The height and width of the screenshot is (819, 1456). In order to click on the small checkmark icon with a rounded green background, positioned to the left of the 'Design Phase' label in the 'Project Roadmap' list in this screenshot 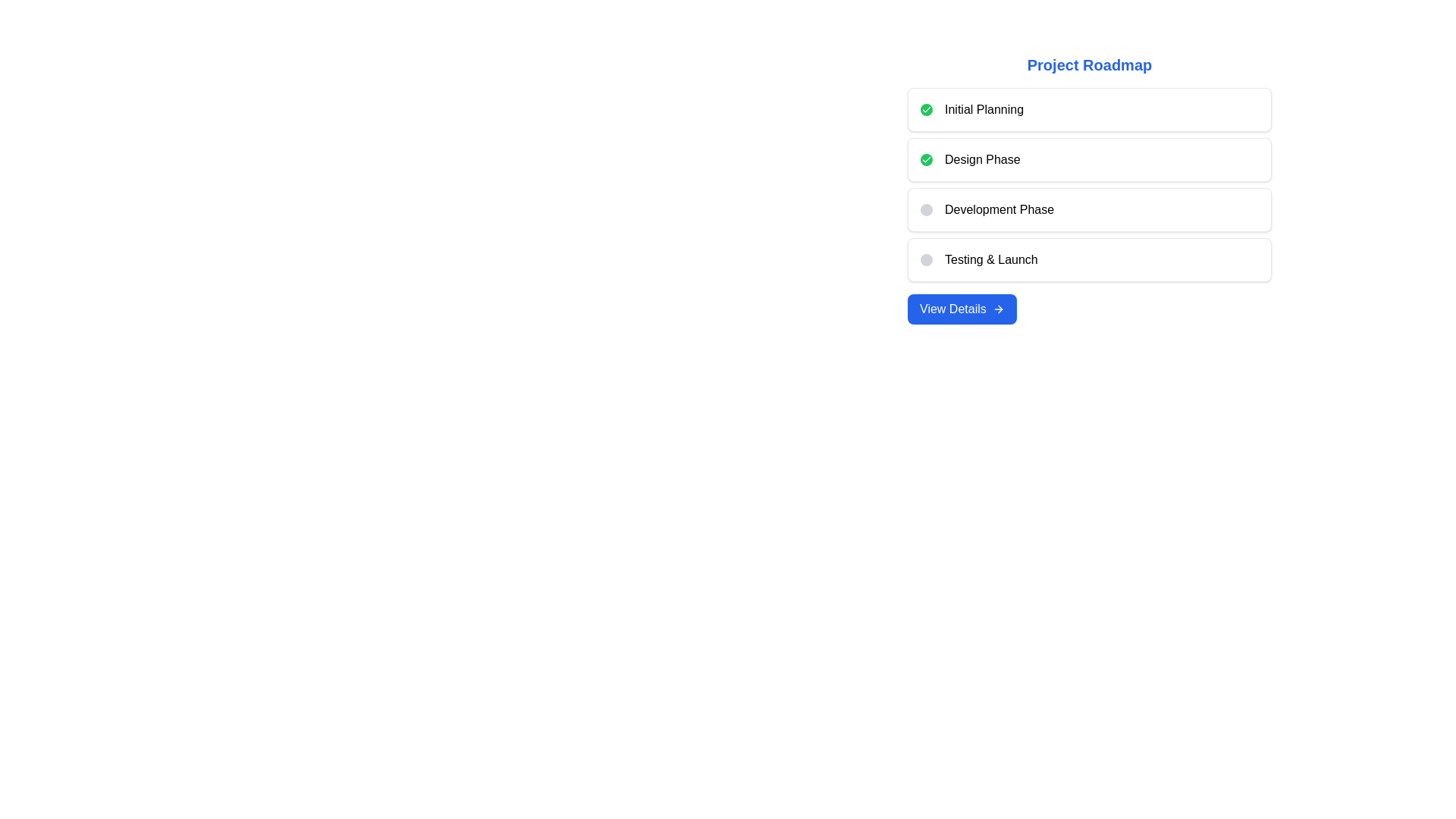, I will do `click(926, 109)`.